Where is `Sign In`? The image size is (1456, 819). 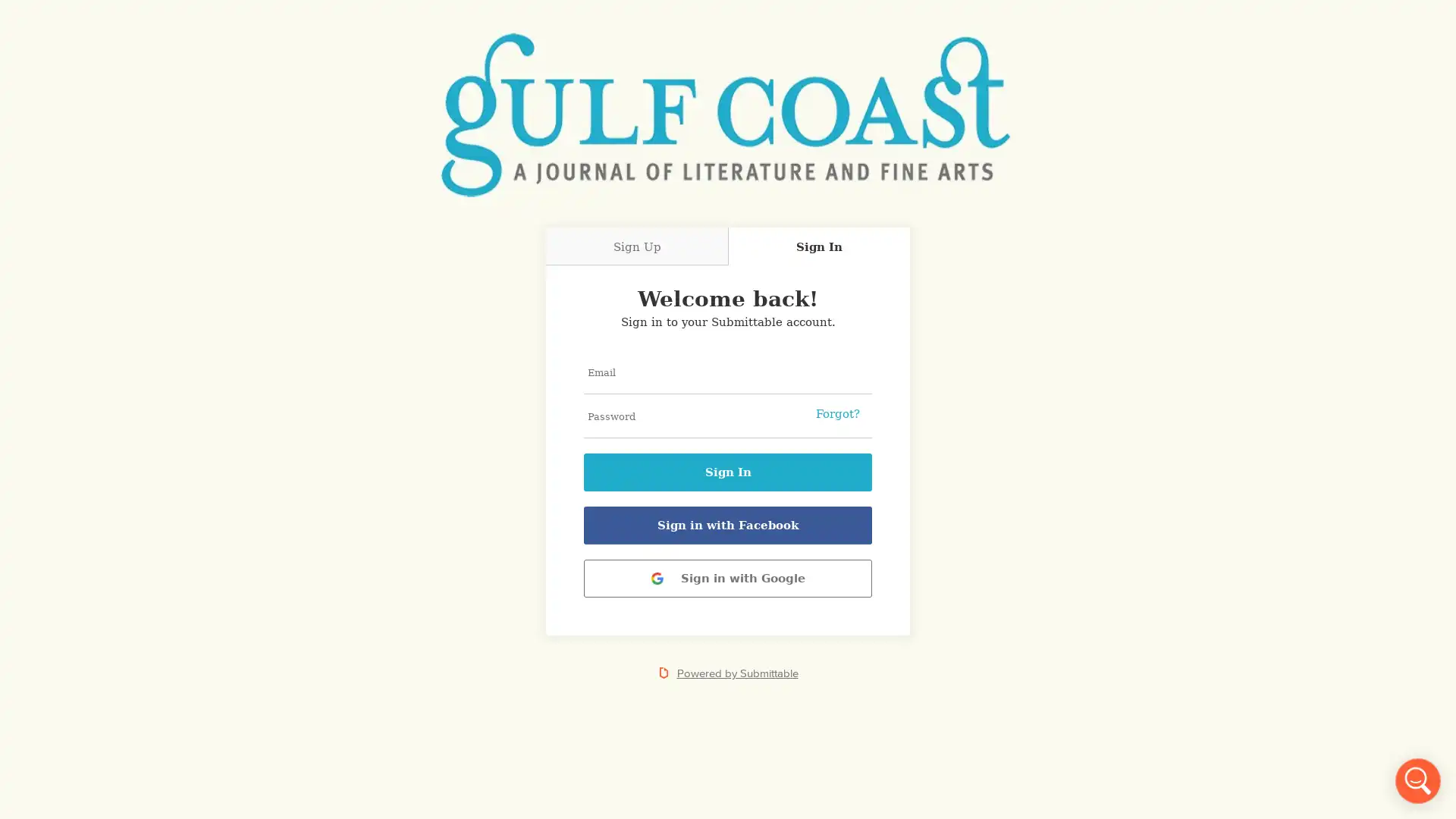
Sign In is located at coordinates (728, 472).